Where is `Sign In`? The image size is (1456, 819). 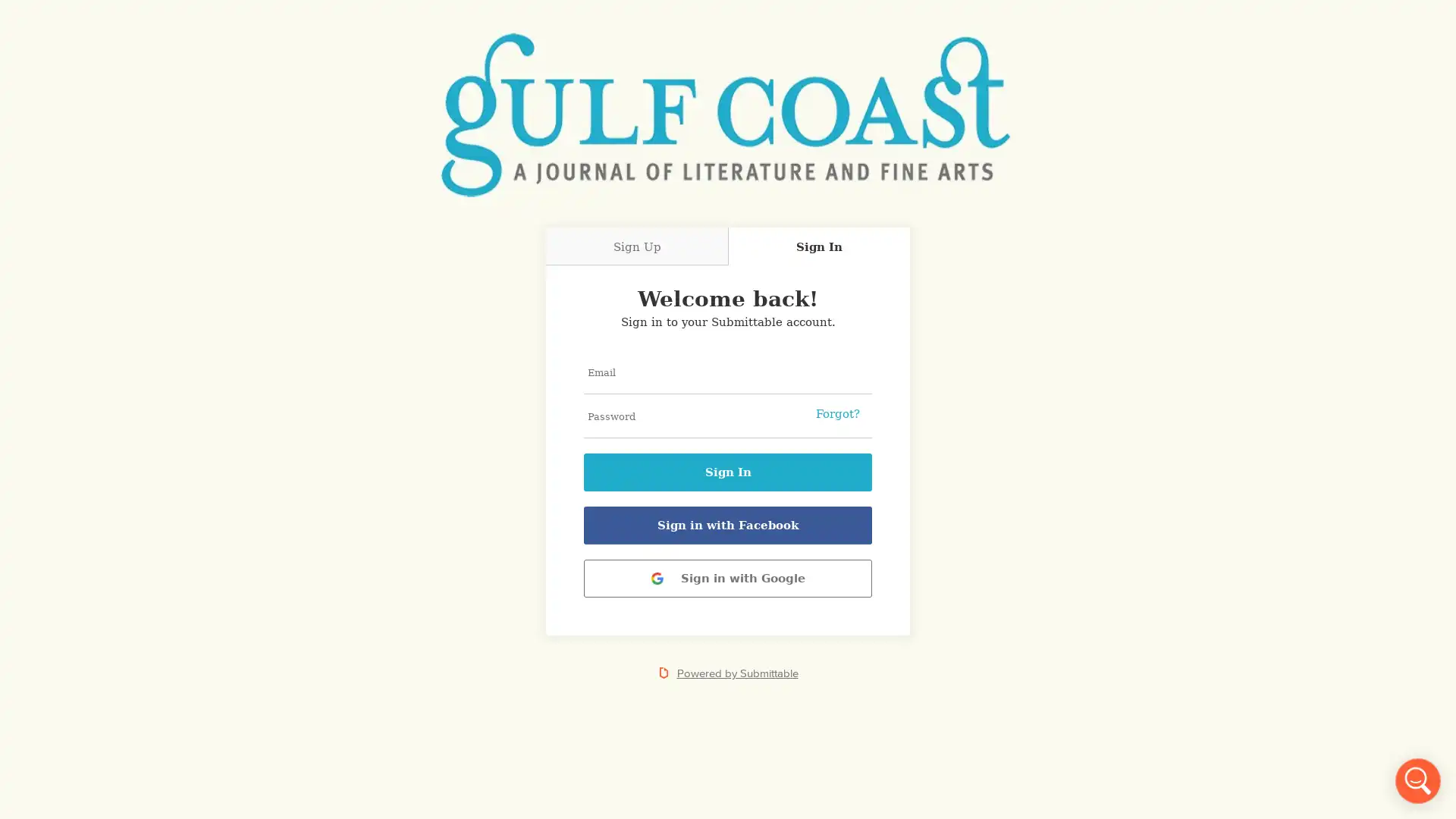
Sign In is located at coordinates (728, 472).